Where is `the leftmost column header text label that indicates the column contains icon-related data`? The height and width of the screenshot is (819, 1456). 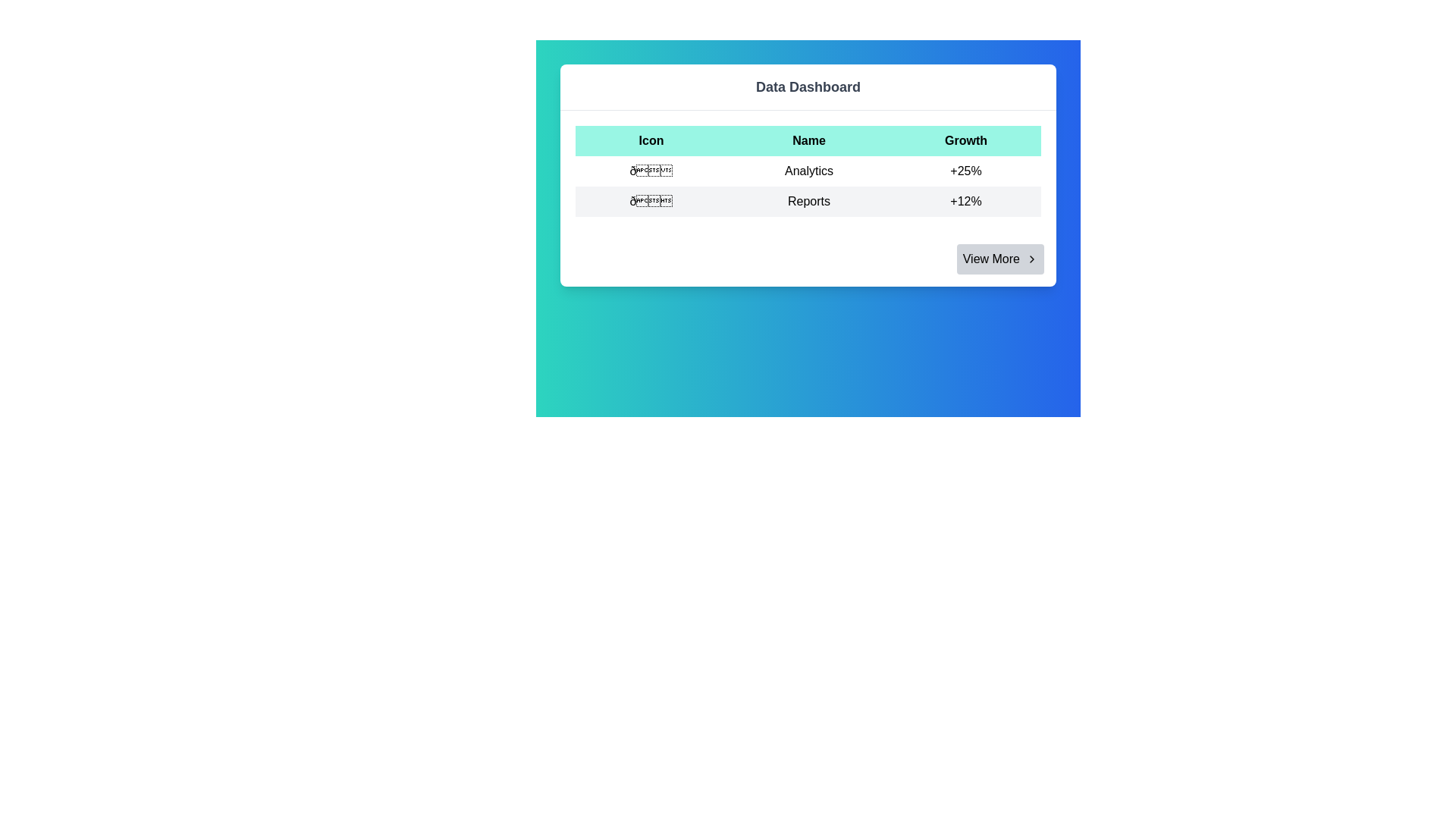 the leftmost column header text label that indicates the column contains icon-related data is located at coordinates (651, 140).